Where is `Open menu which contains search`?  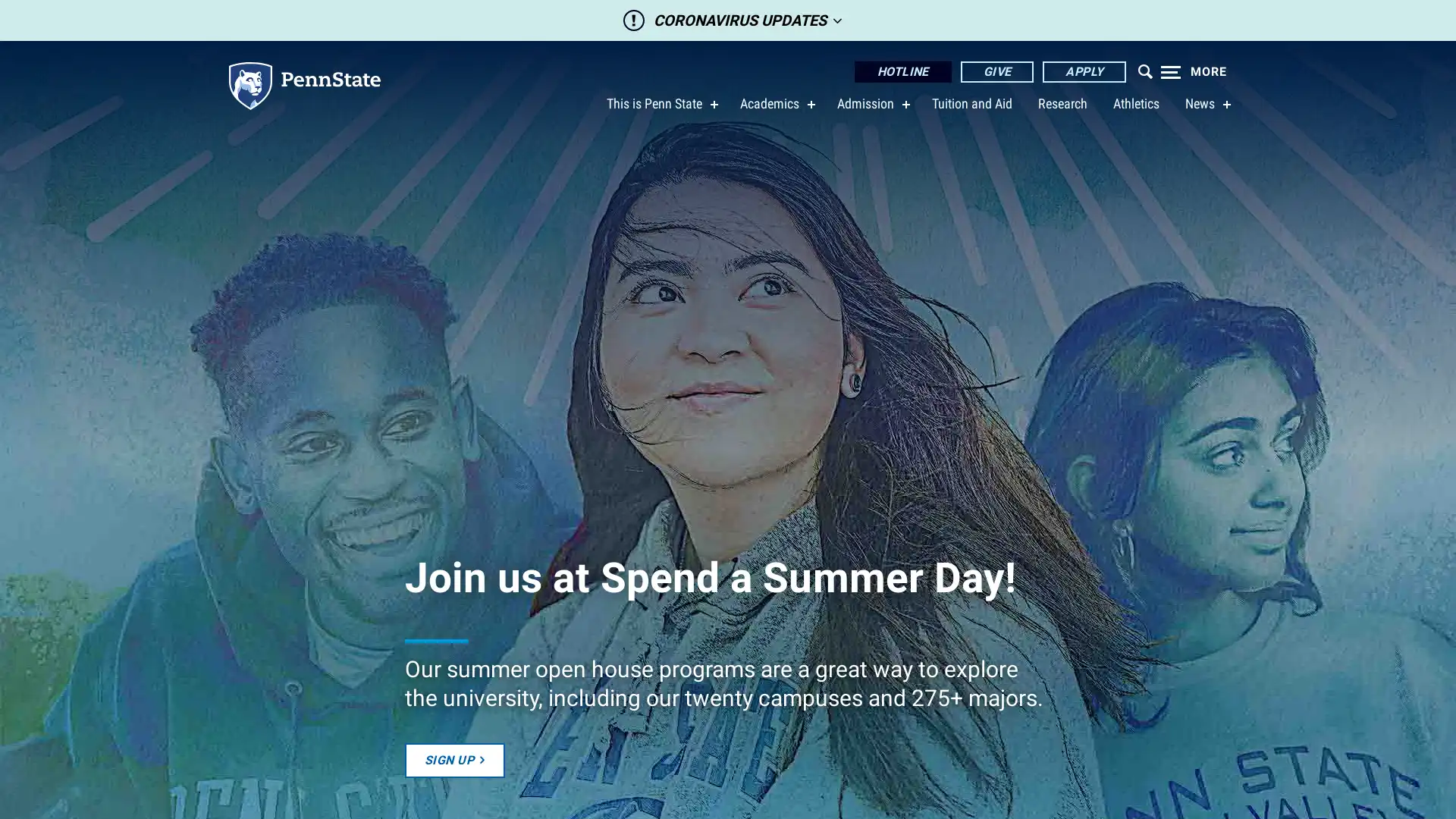
Open menu which contains search is located at coordinates (1145, 70).